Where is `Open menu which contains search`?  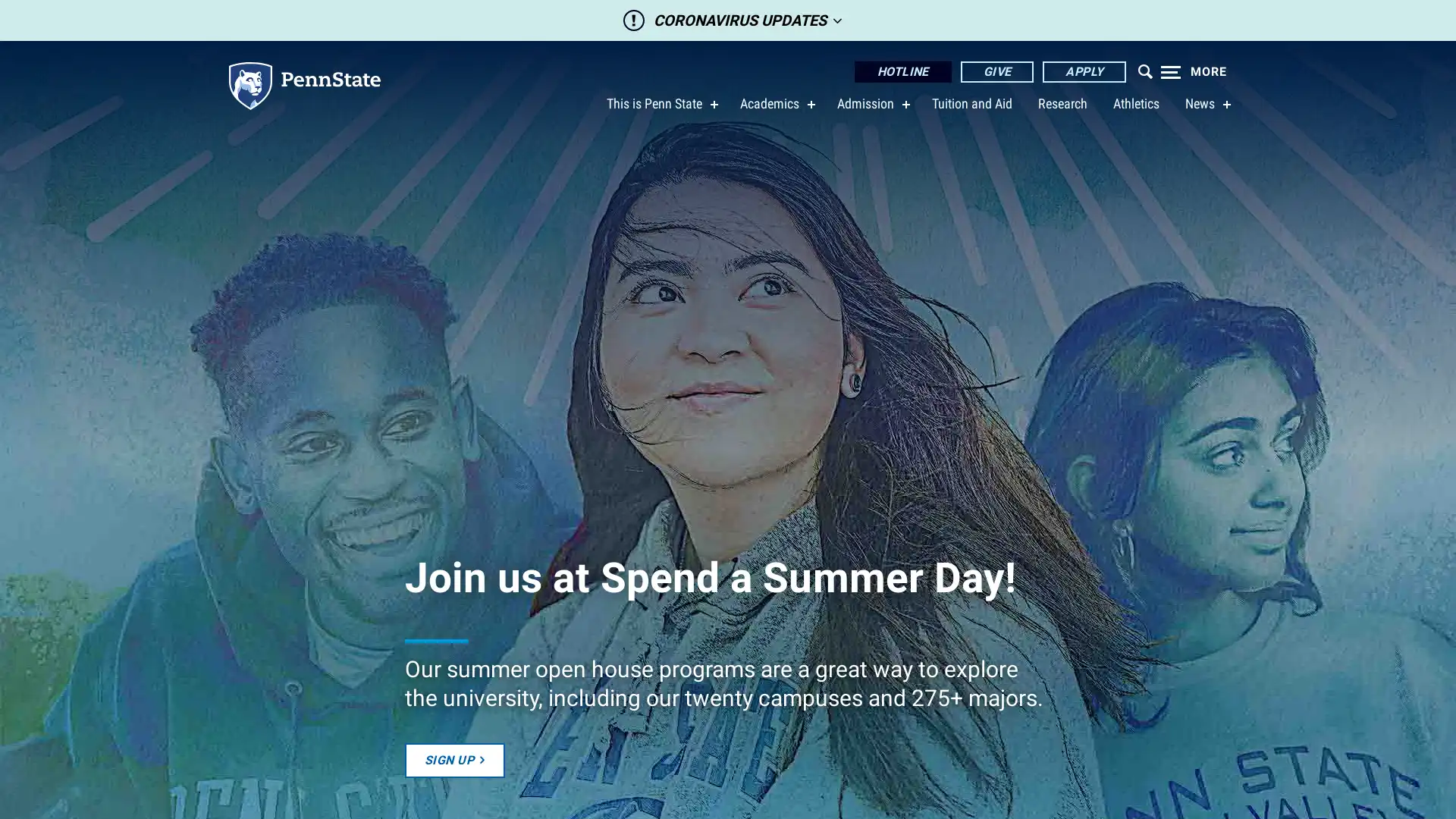
Open menu which contains search is located at coordinates (1145, 70).